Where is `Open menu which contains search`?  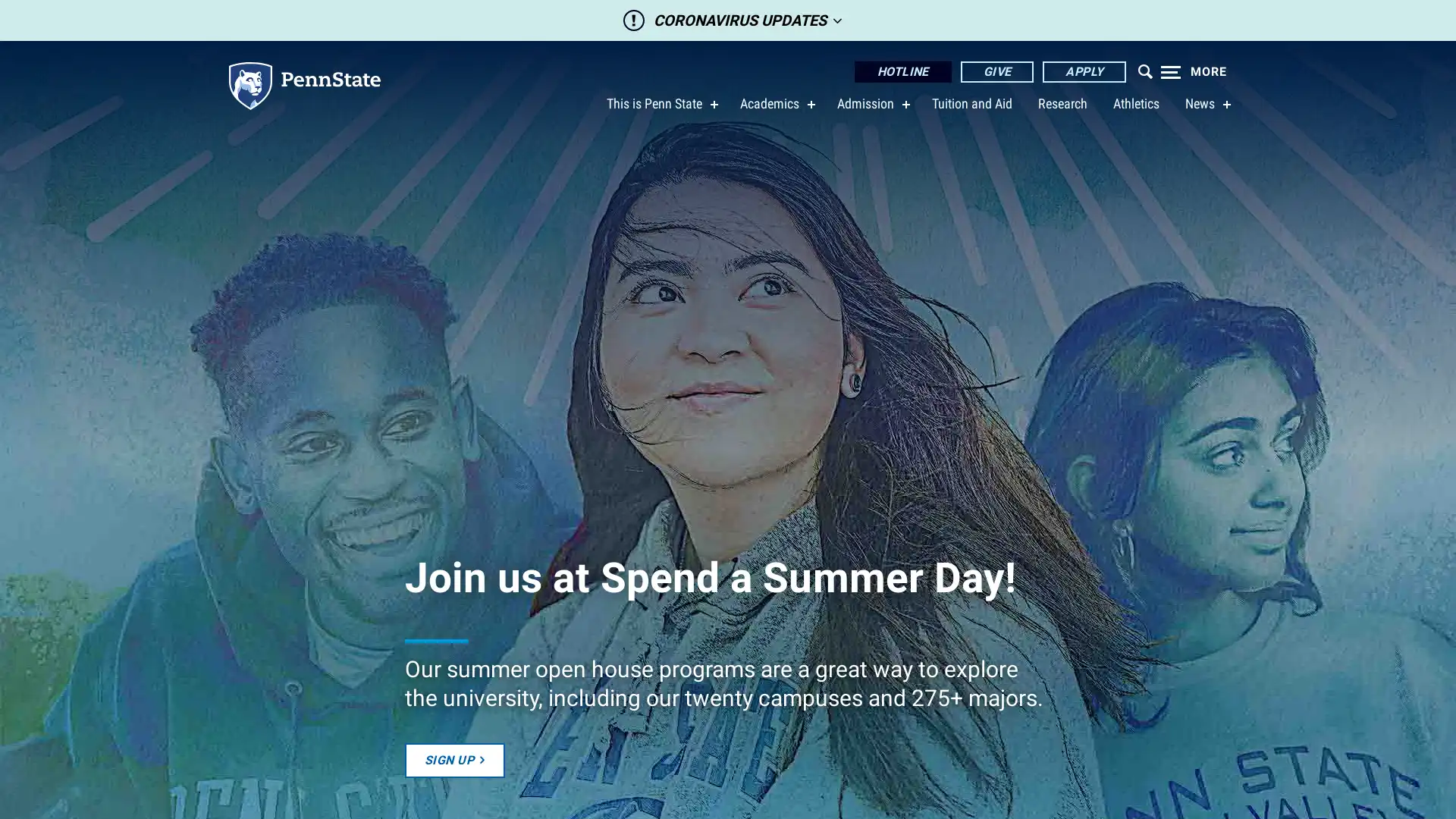
Open menu which contains search is located at coordinates (1145, 70).